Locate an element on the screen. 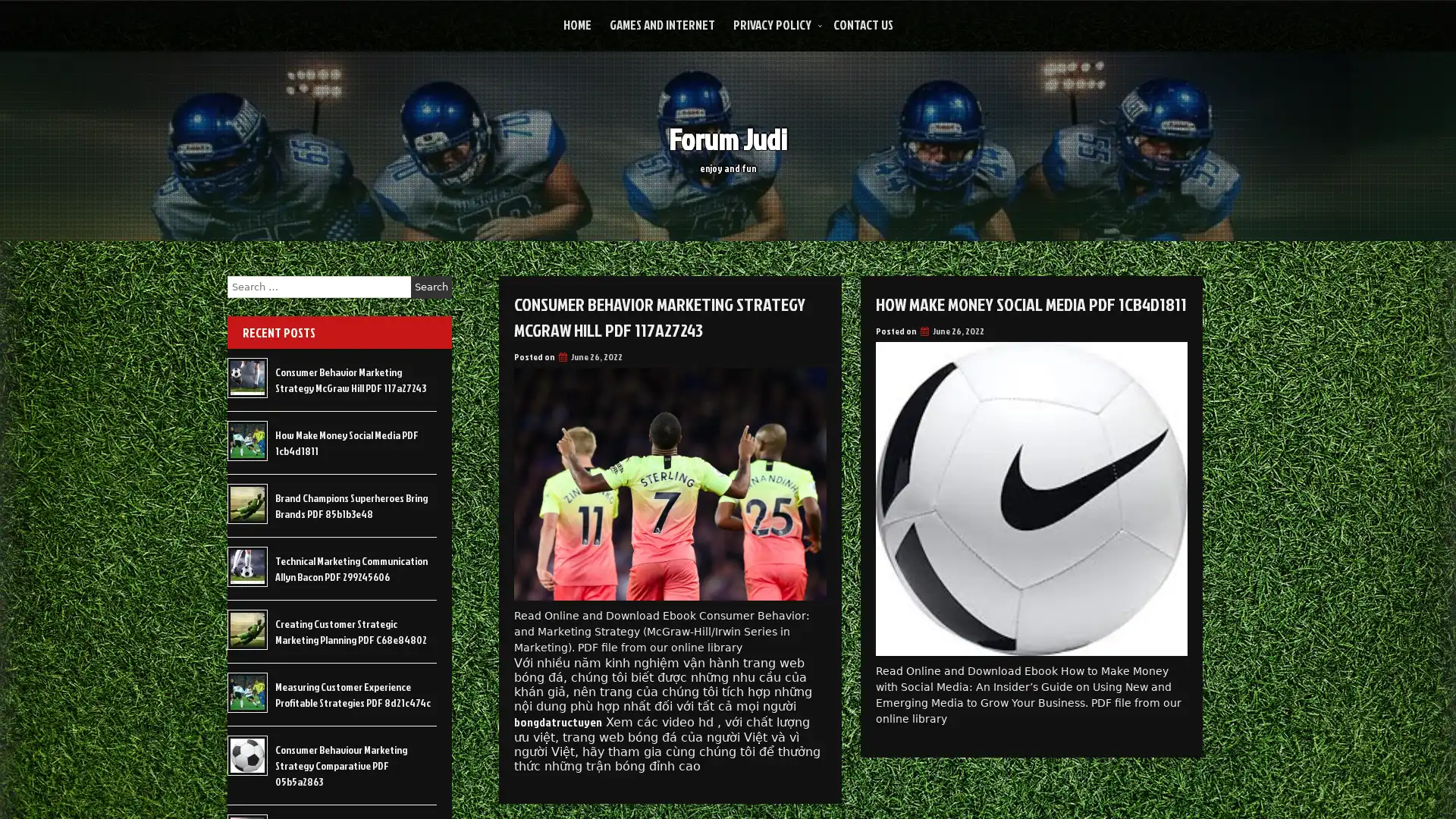  Search is located at coordinates (431, 287).